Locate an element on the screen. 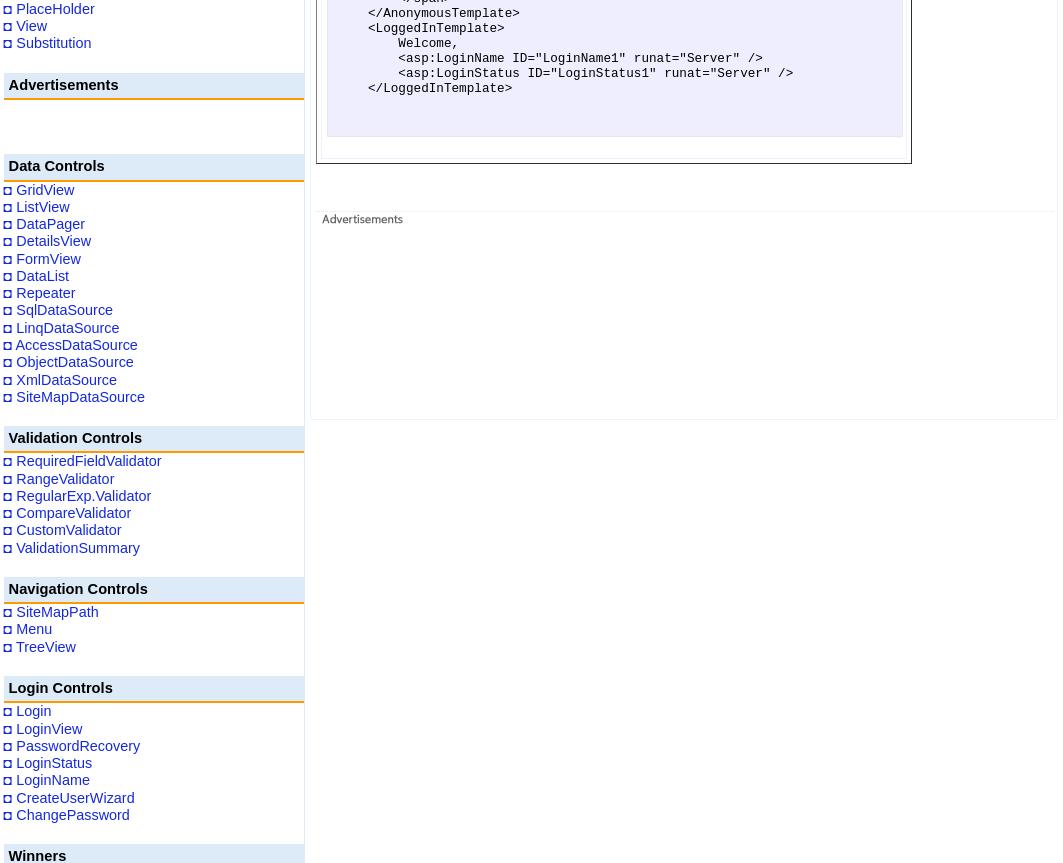 The image size is (1063, 863). '◘ LoginStatus' is located at coordinates (47, 762).